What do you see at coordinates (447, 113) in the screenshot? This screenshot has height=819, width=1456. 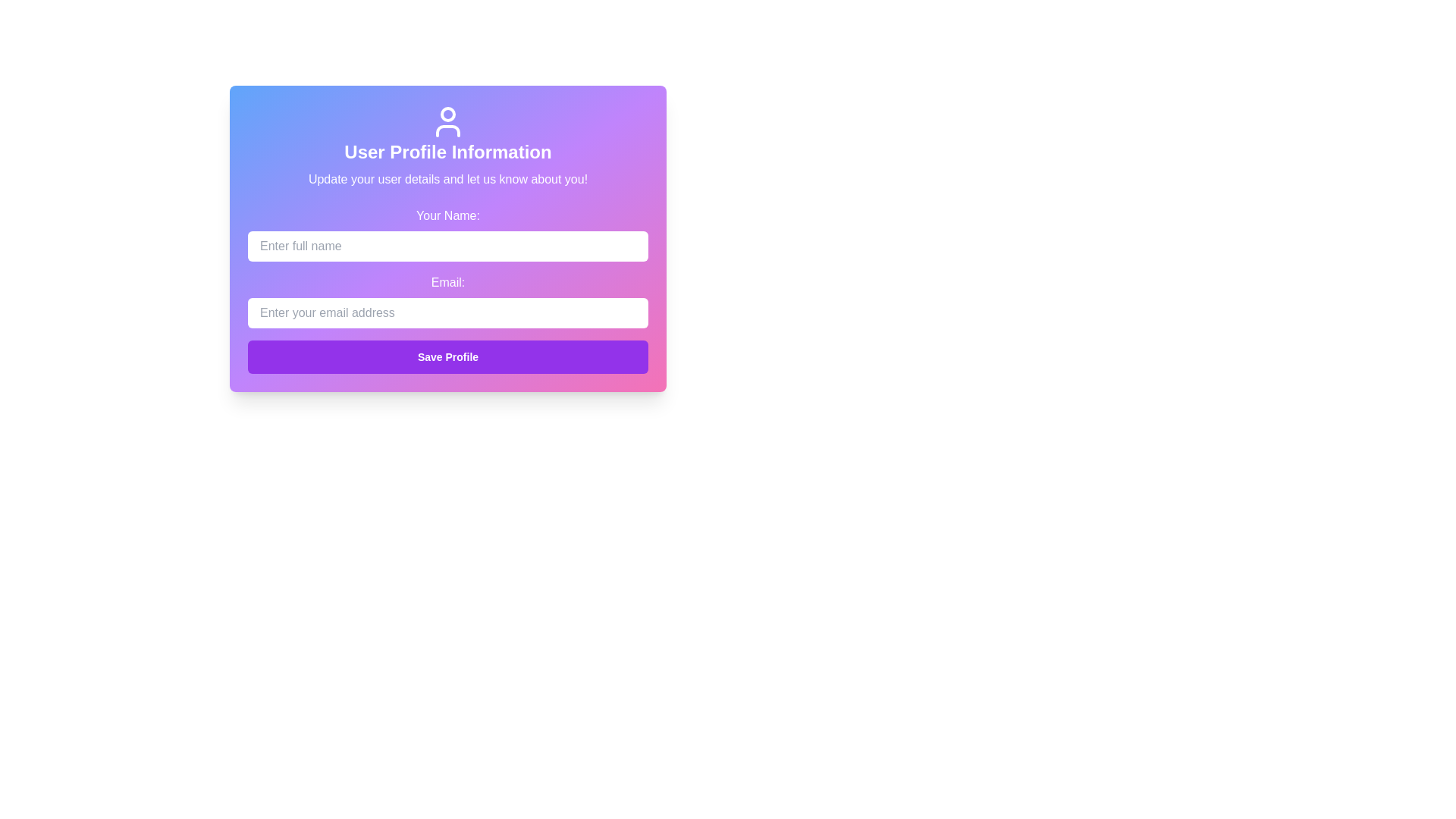 I see `the small circular shape that represents the user's head in the user profile icon, located at the center top of the icon` at bounding box center [447, 113].